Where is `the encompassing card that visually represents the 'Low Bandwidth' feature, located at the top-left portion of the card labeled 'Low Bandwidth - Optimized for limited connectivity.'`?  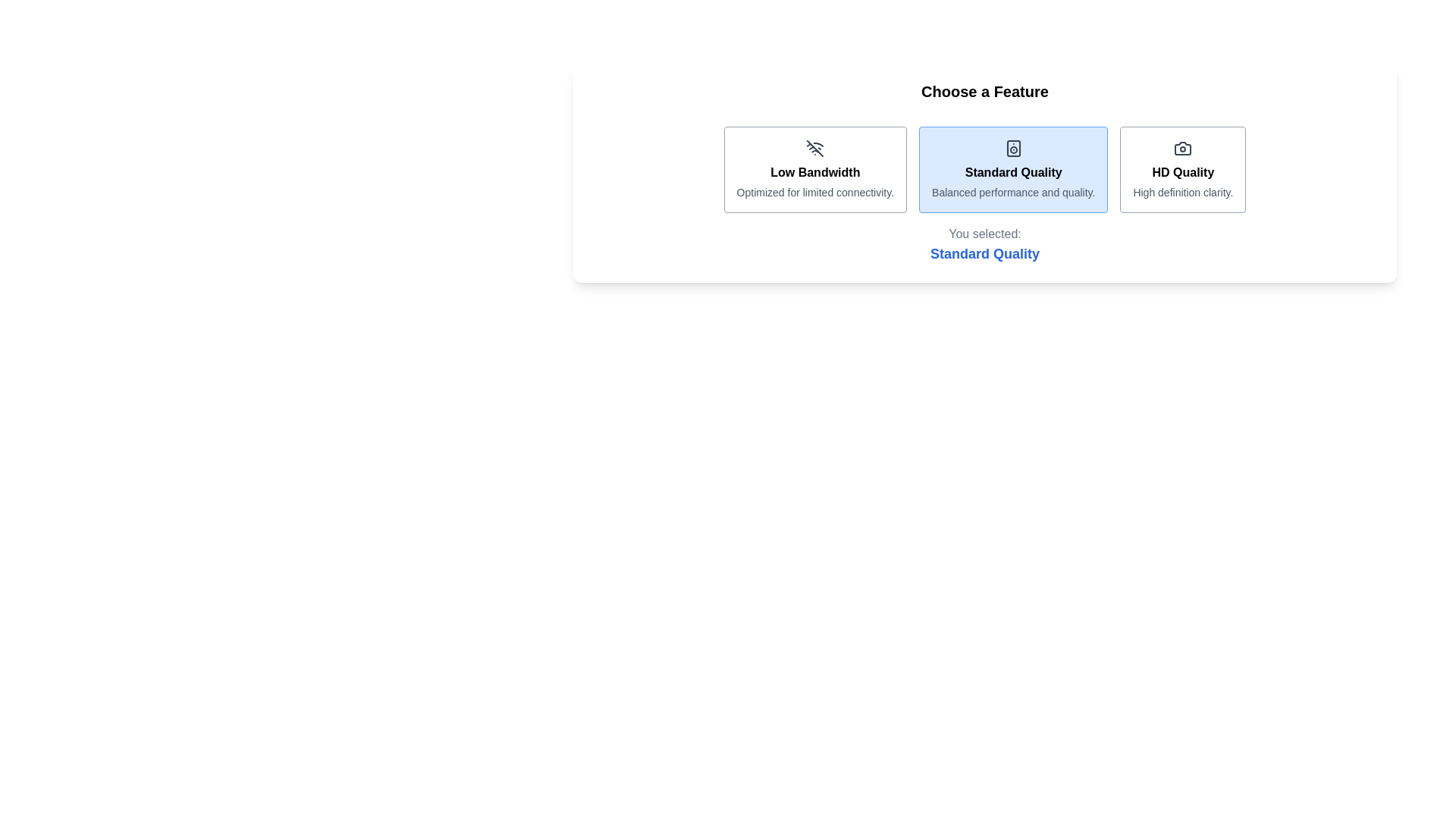
the encompassing card that visually represents the 'Low Bandwidth' feature, located at the top-left portion of the card labeled 'Low Bandwidth - Optimized for limited connectivity.' is located at coordinates (814, 149).